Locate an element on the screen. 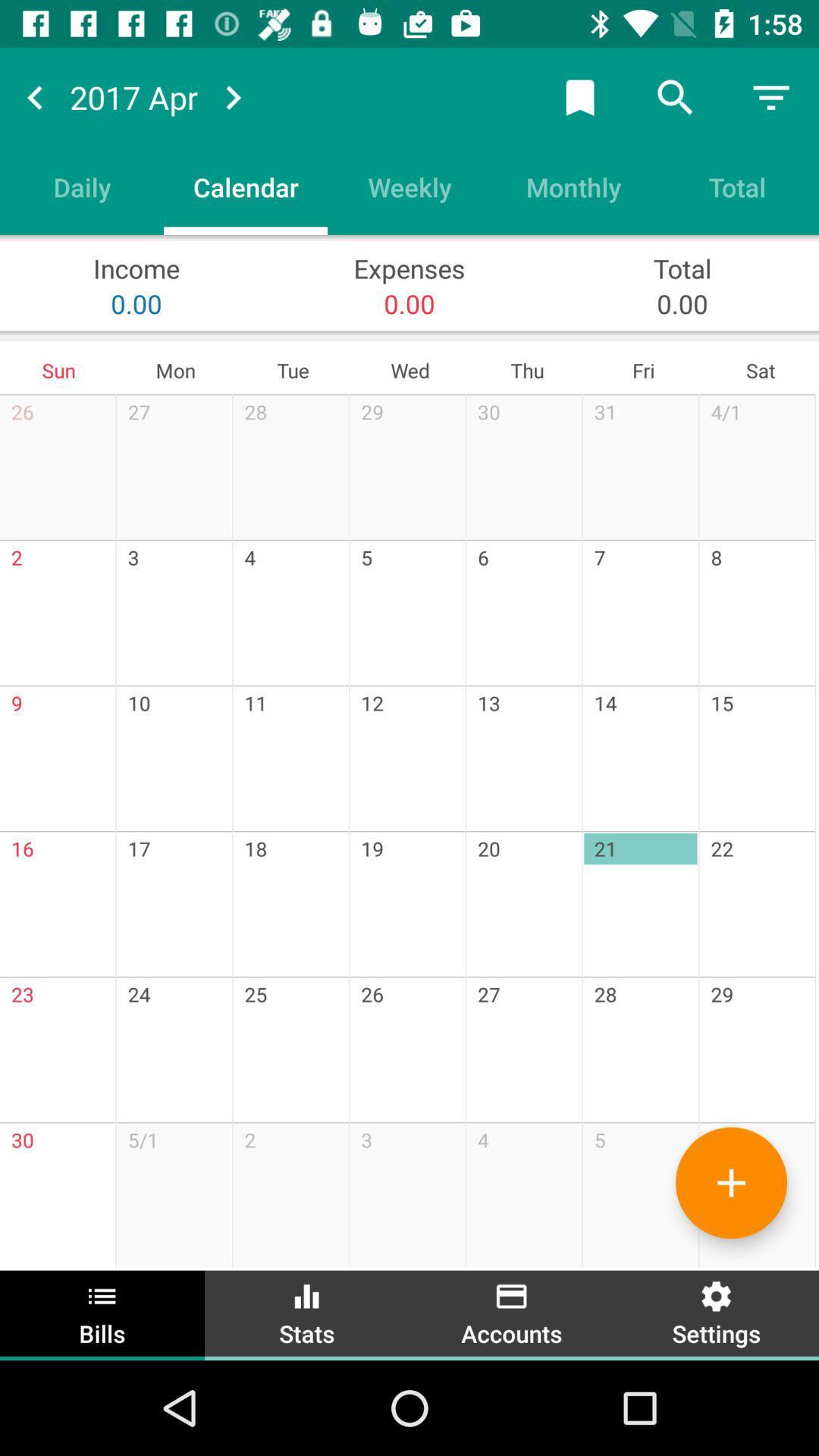 The image size is (819, 1456). item next to the weekly is located at coordinates (245, 186).